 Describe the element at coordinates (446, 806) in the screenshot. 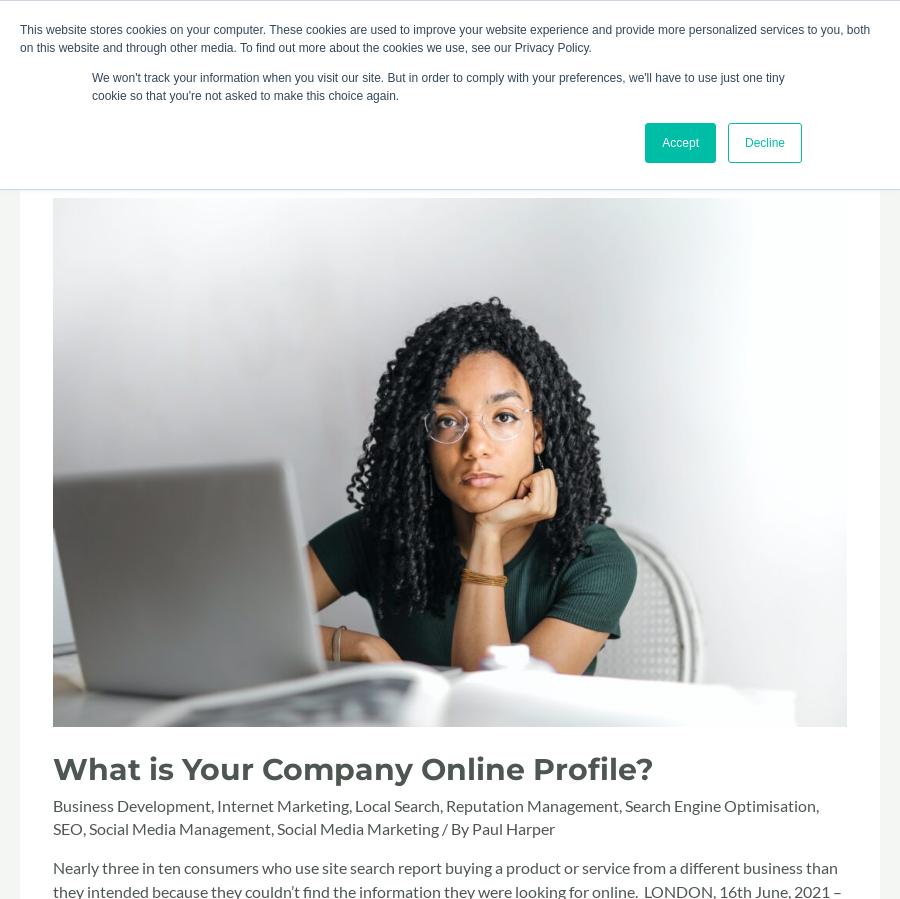

I see `'Reputation Management'` at that location.